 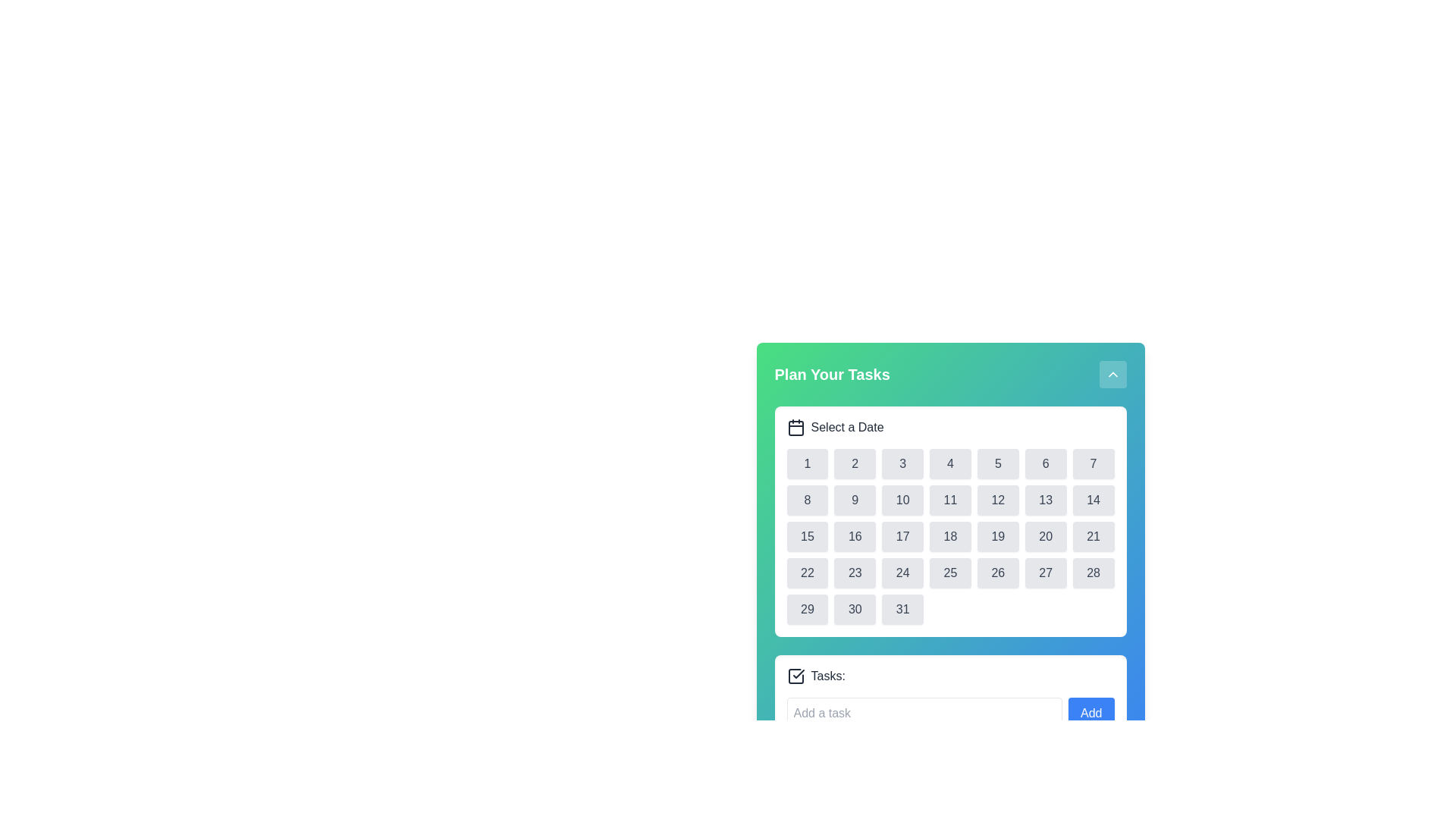 I want to click on the button representing the day '10' in the calendar, so click(x=902, y=500).